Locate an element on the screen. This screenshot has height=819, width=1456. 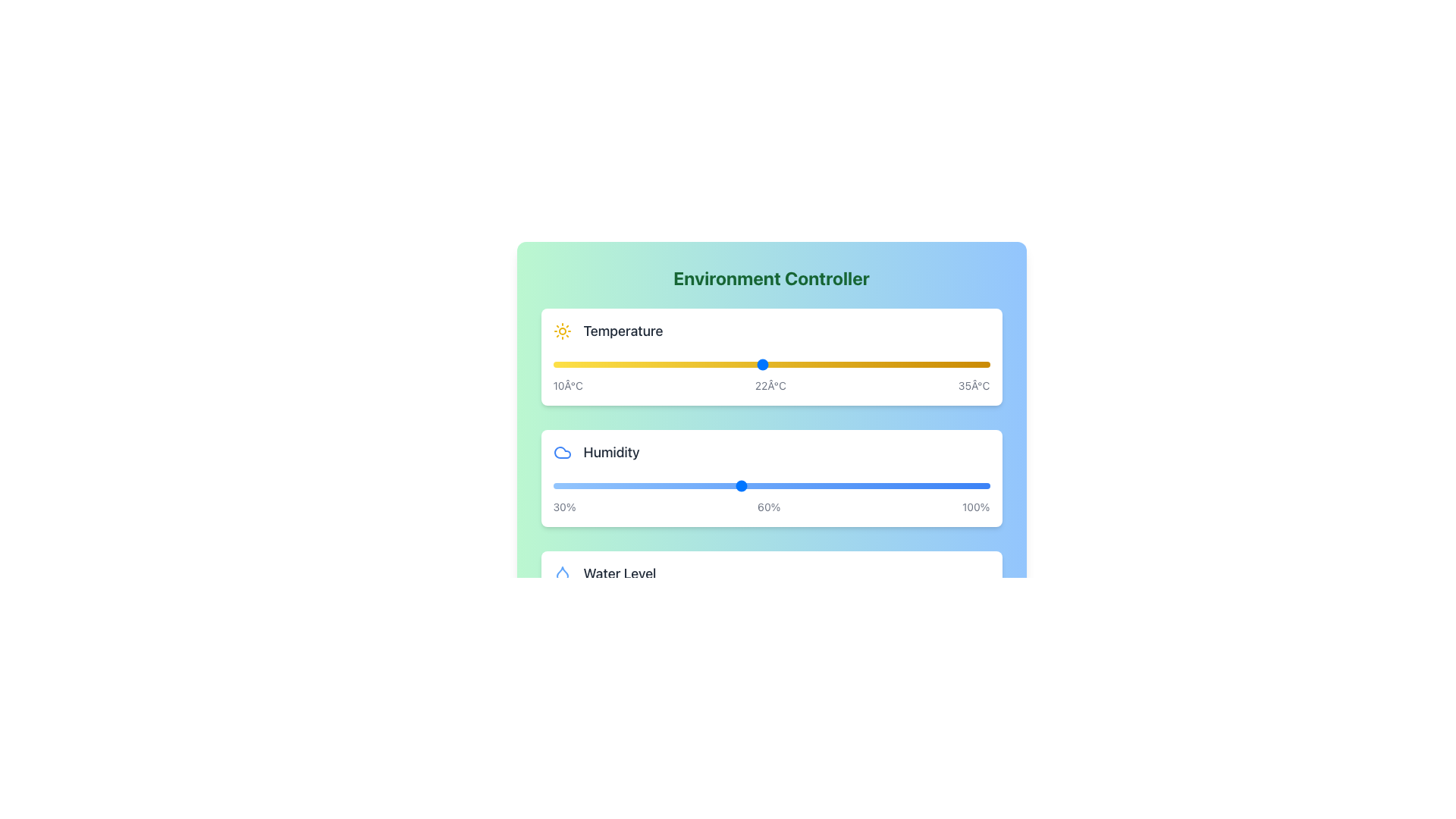
humidity is located at coordinates (952, 485).